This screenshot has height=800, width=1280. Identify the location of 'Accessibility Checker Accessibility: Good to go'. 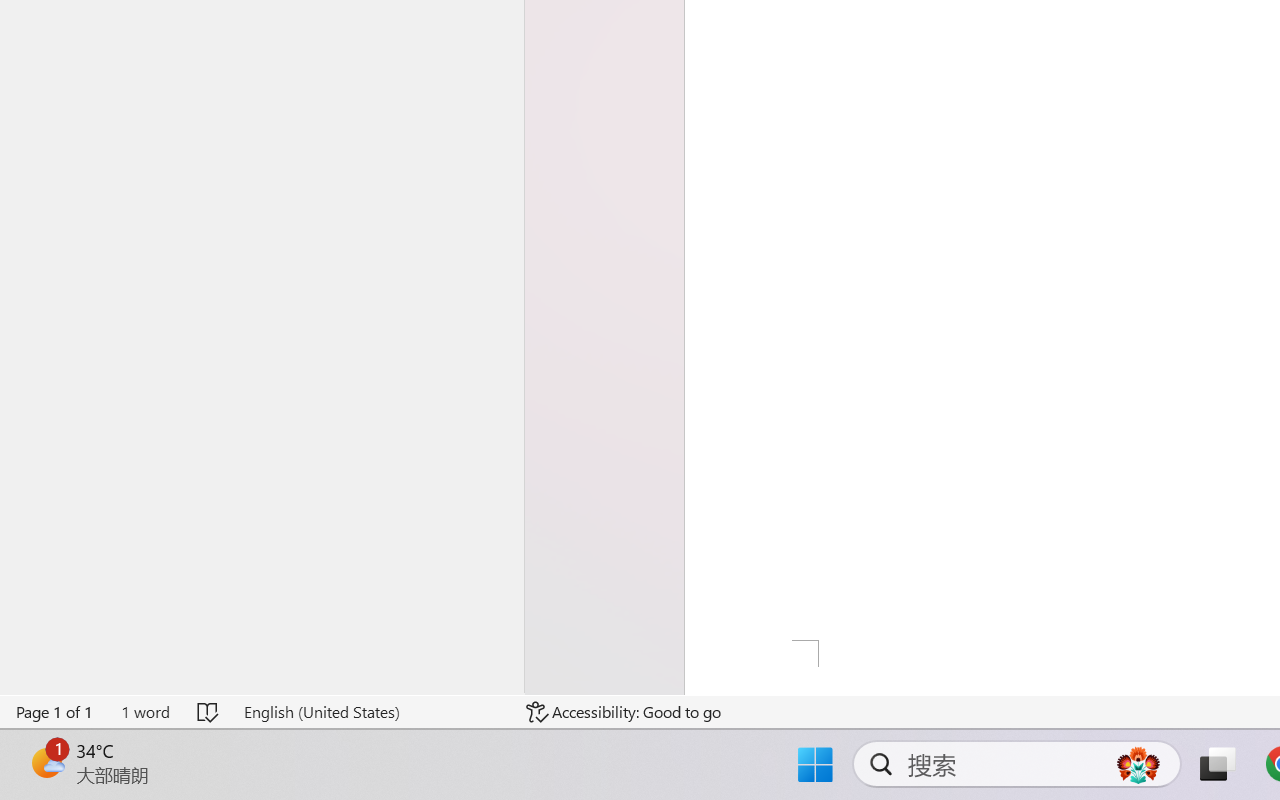
(623, 711).